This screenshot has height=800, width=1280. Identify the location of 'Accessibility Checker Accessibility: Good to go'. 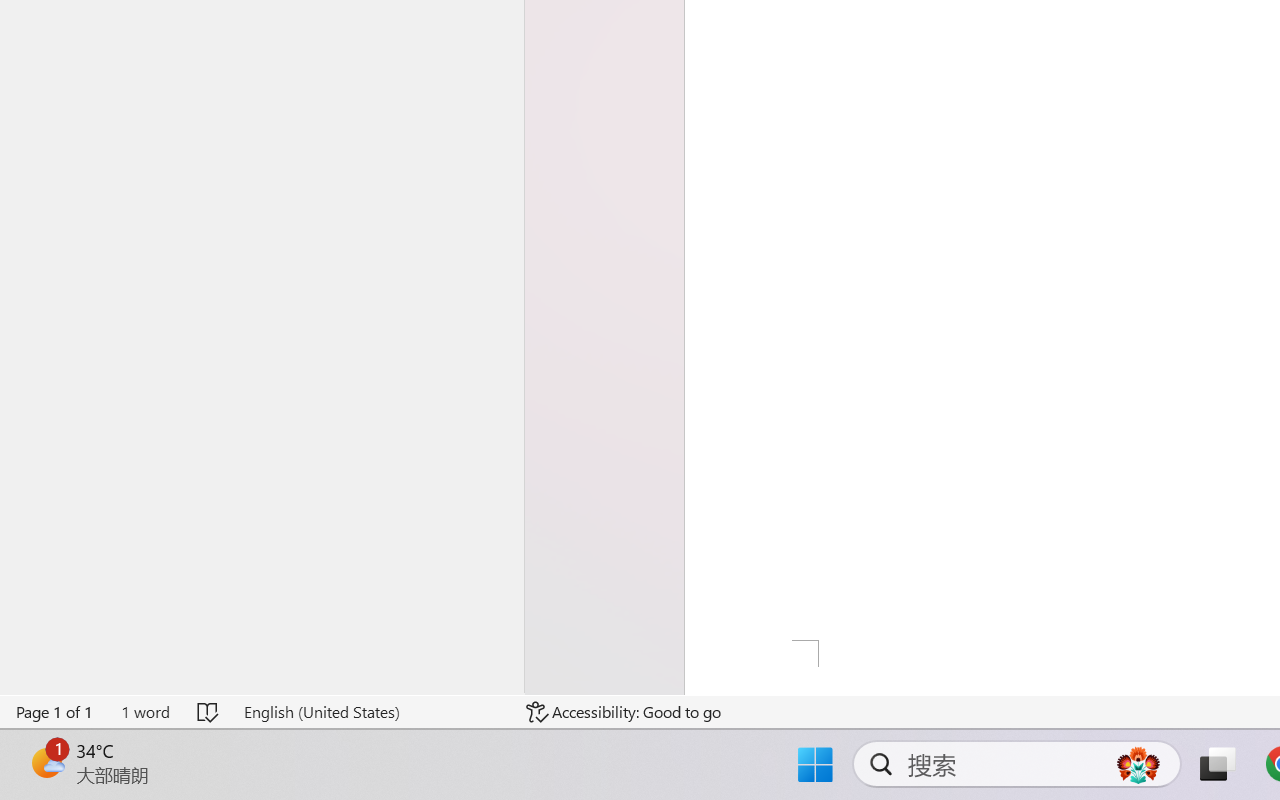
(623, 711).